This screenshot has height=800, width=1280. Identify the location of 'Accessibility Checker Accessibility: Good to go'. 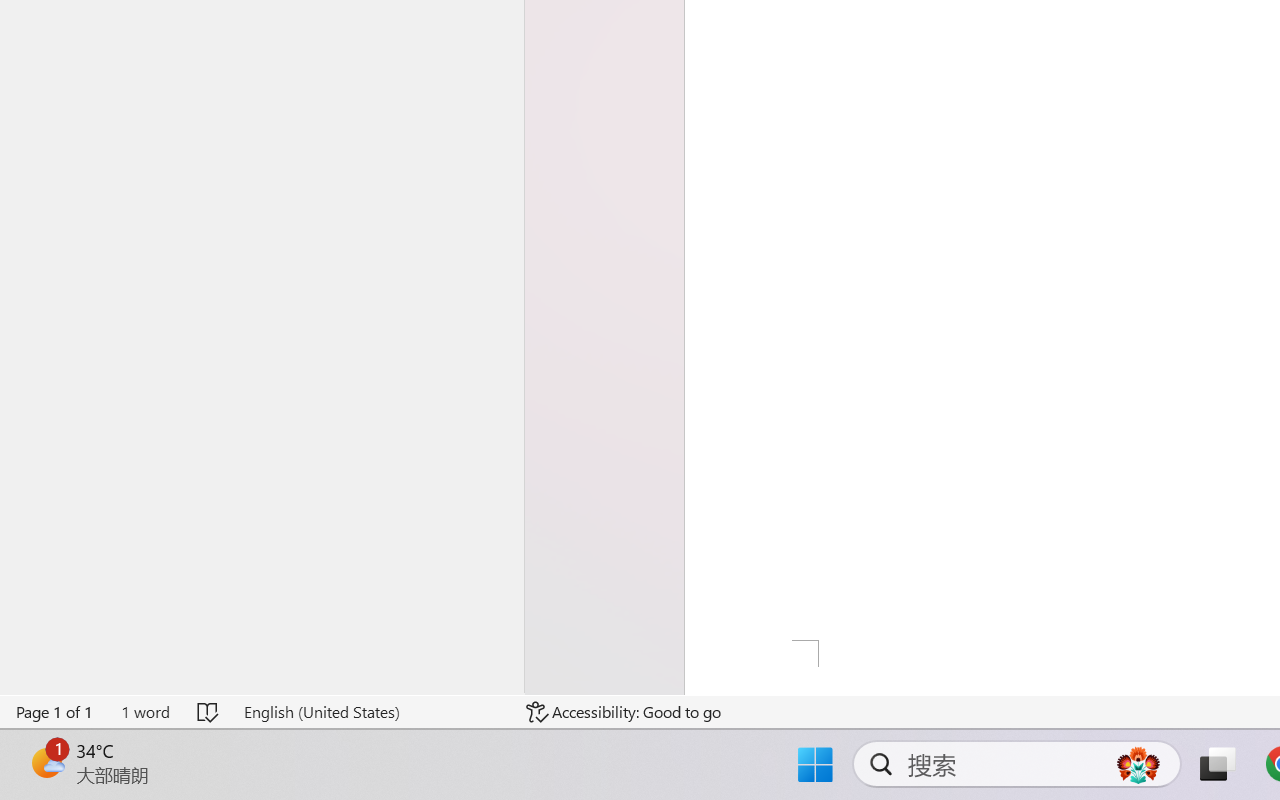
(623, 711).